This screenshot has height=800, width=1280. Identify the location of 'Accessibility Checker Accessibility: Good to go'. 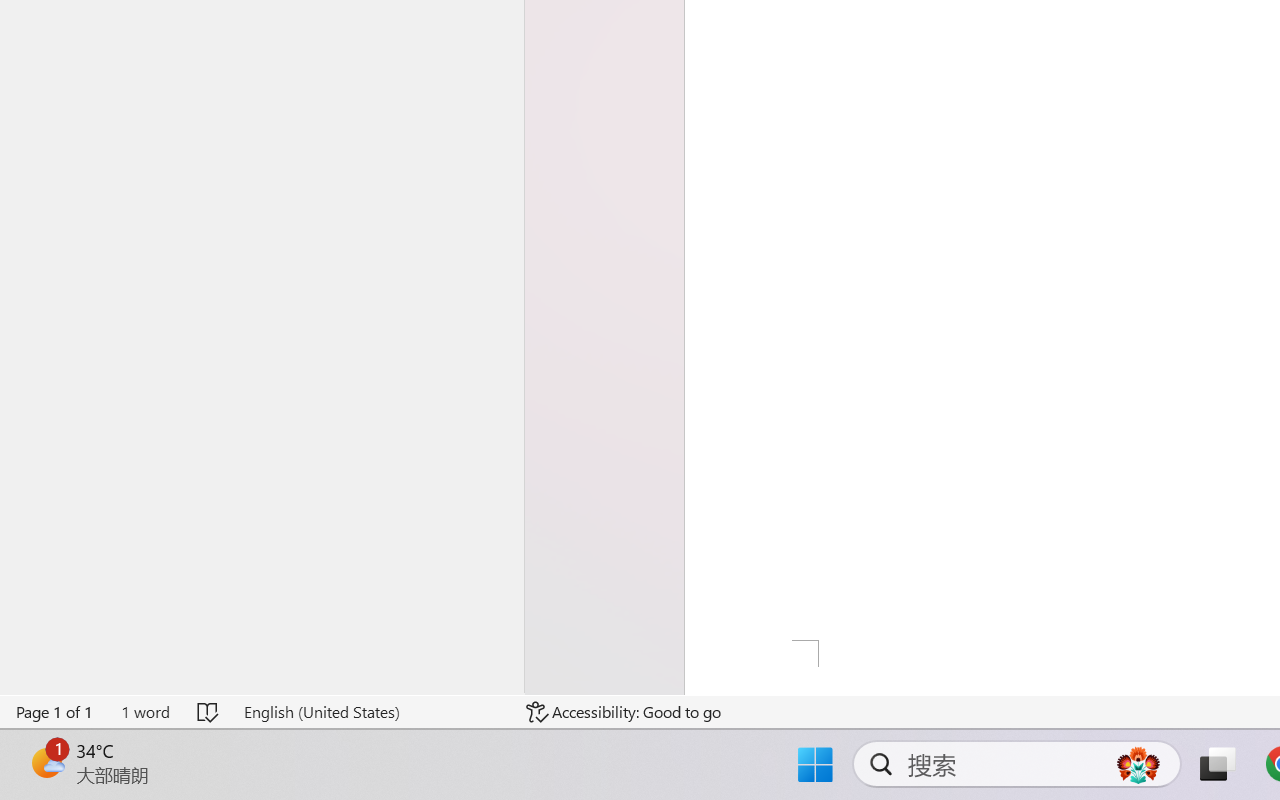
(623, 711).